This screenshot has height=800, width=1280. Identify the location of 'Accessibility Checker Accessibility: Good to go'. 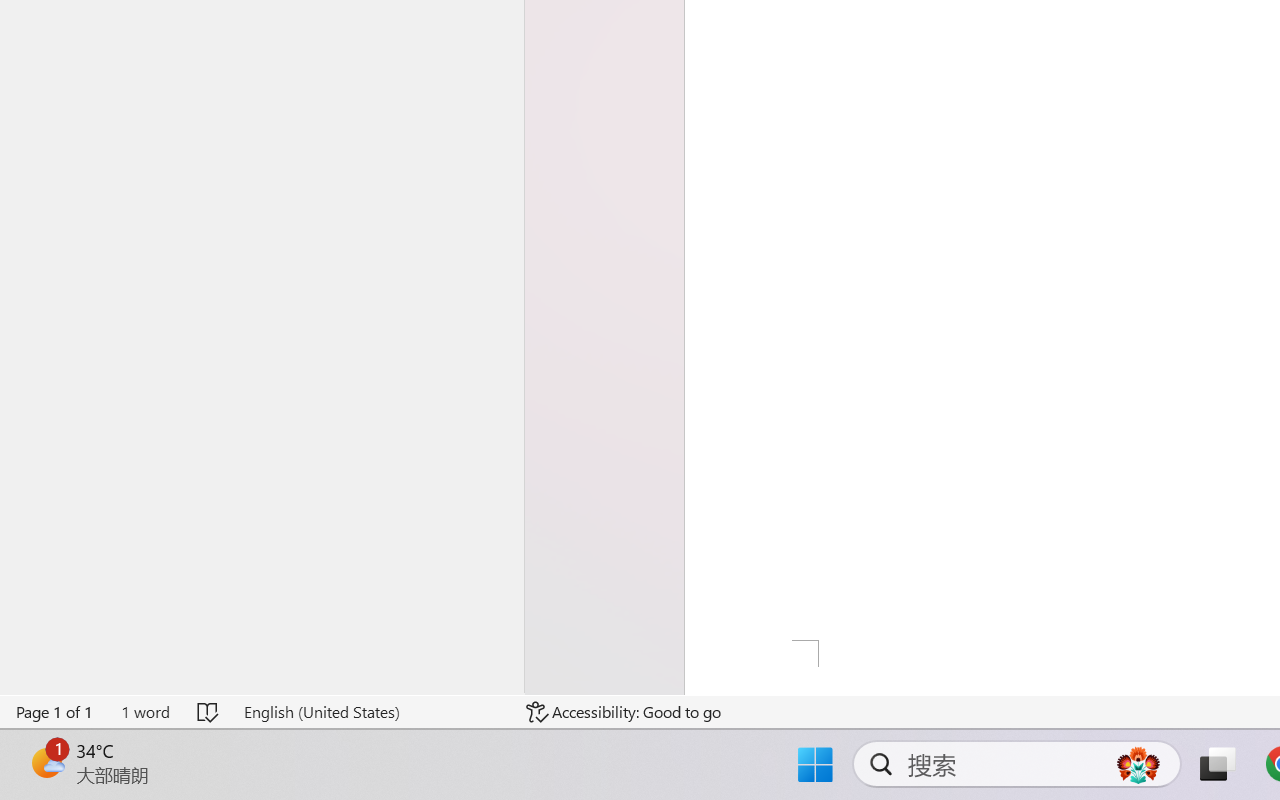
(623, 711).